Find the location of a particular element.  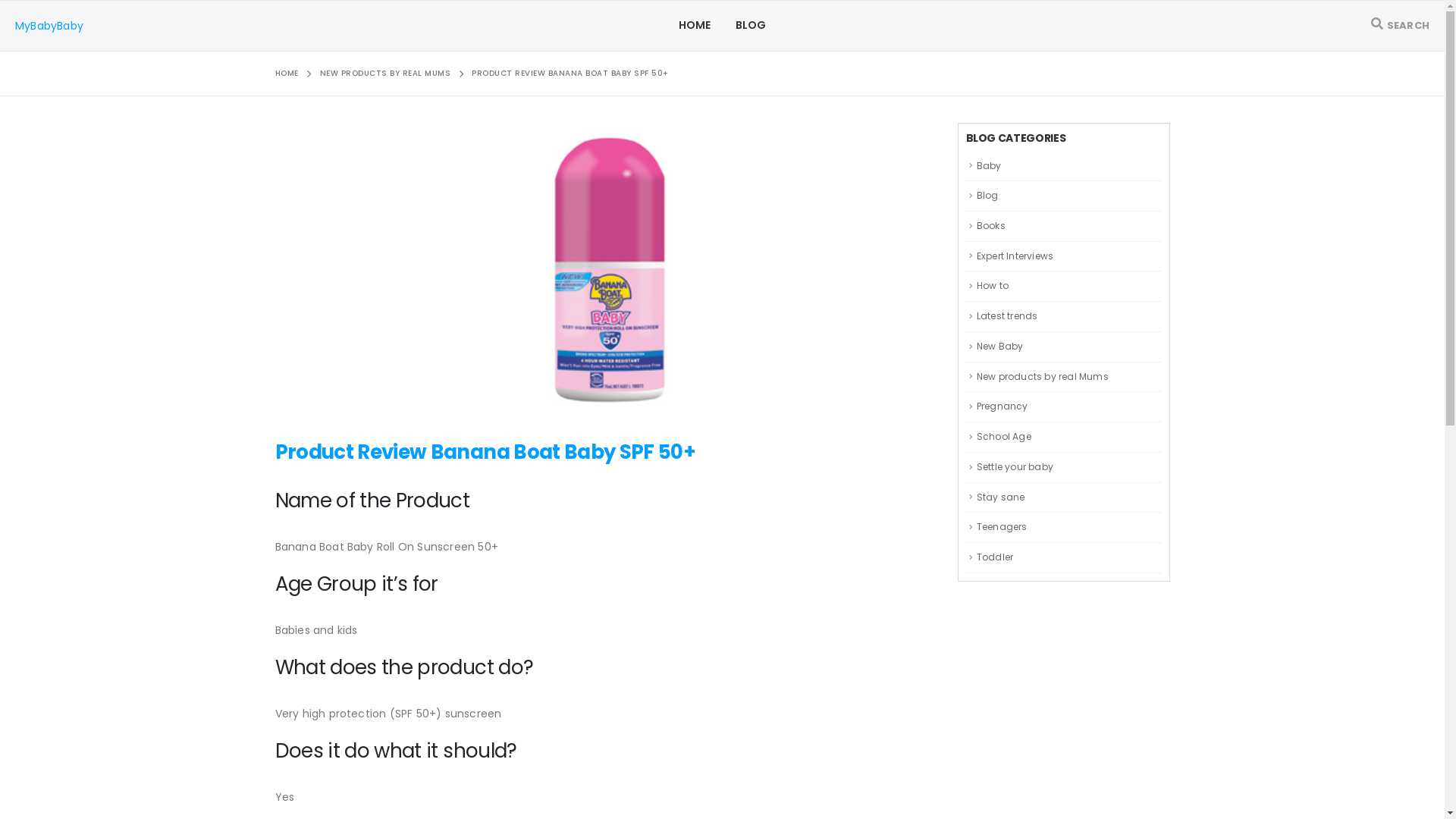

'Latest trends' is located at coordinates (1007, 315).